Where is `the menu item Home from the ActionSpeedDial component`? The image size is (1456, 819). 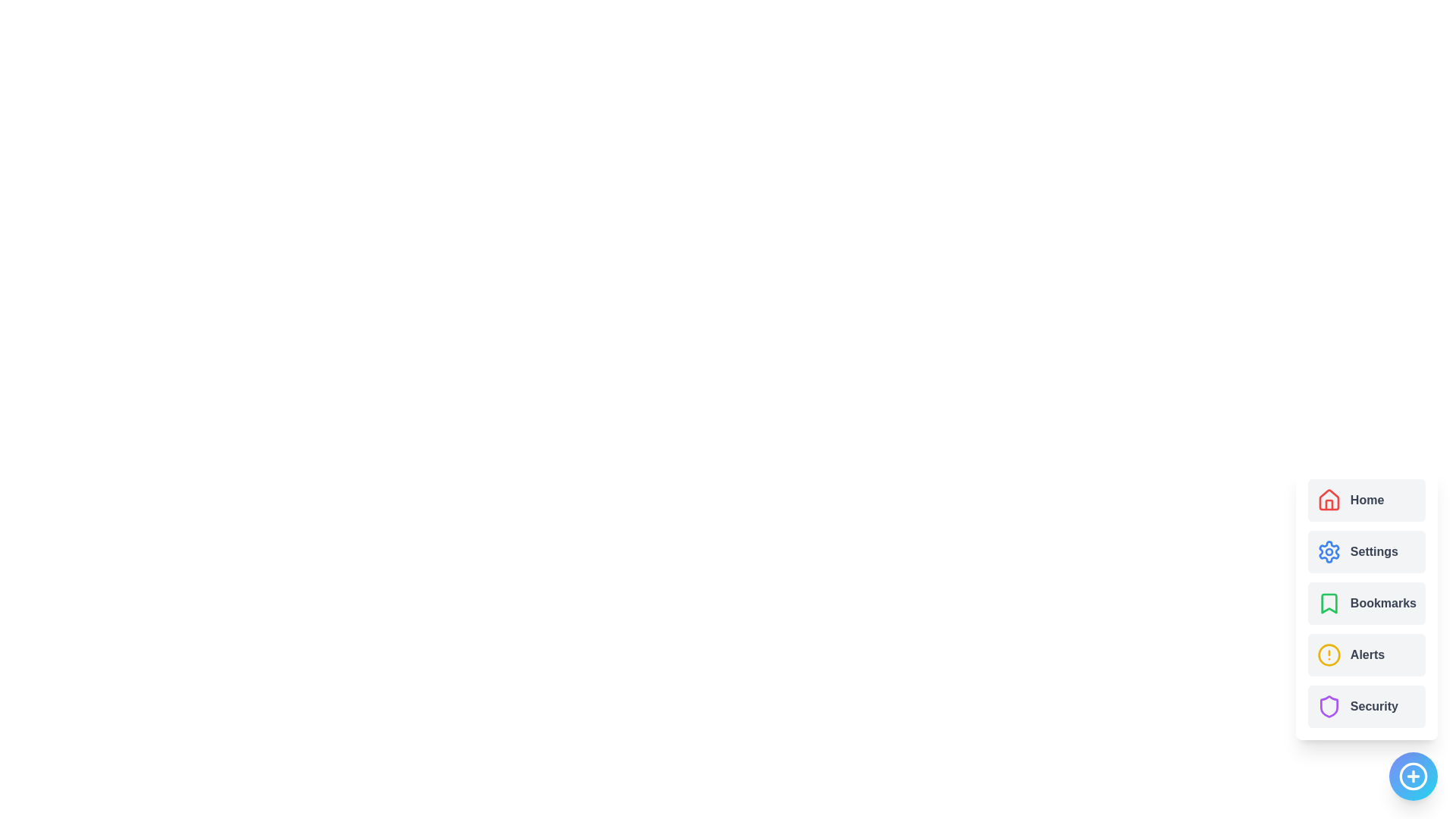
the menu item Home from the ActionSpeedDial component is located at coordinates (1366, 500).